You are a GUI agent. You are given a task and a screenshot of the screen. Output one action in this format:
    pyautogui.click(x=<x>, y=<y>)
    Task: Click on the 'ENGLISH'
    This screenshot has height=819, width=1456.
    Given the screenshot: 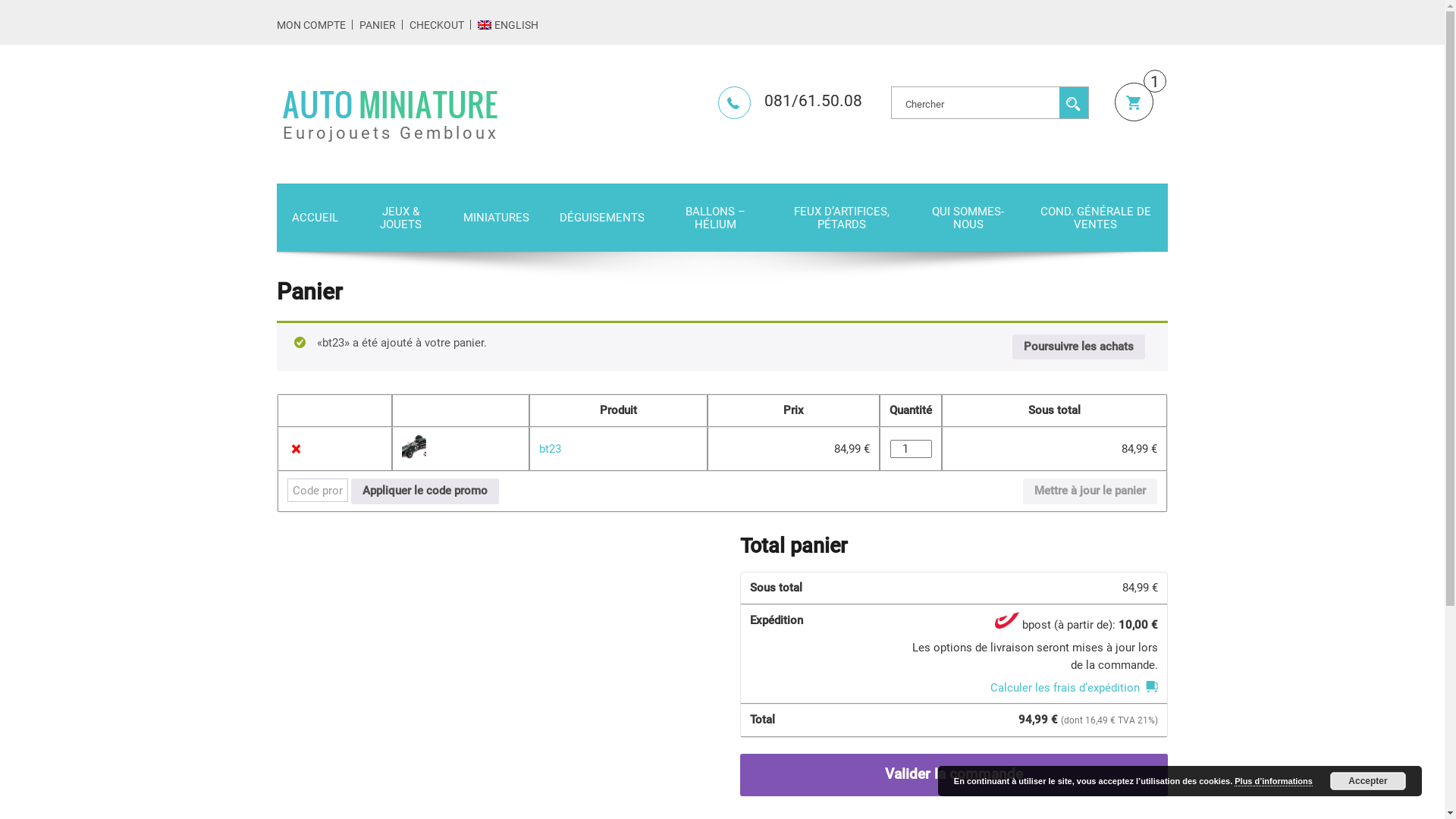 What is the action you would take?
    pyautogui.click(x=508, y=25)
    